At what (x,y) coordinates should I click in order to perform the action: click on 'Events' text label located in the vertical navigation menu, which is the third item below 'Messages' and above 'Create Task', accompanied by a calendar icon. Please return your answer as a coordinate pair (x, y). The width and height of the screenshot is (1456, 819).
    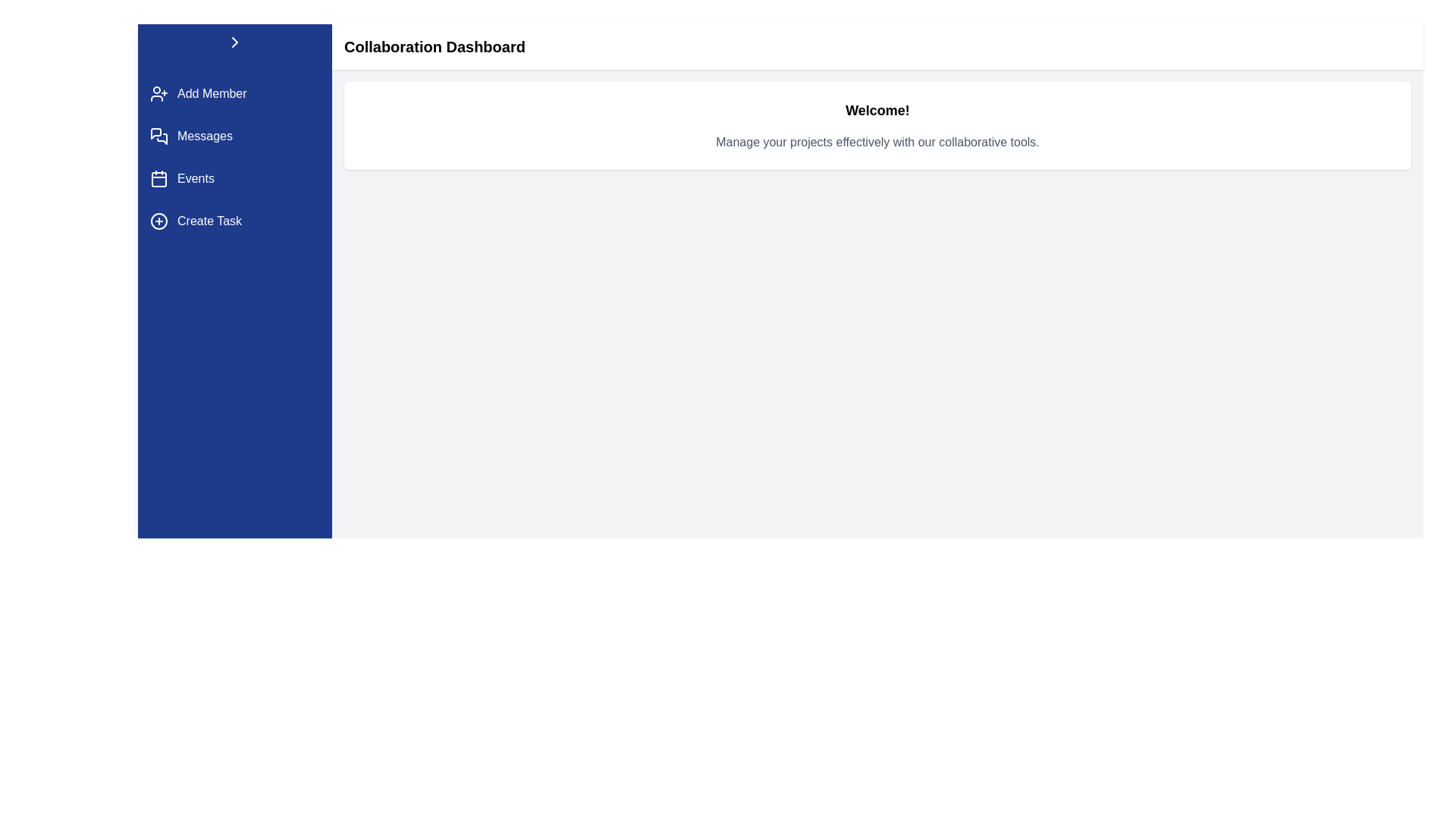
    Looking at the image, I should click on (195, 177).